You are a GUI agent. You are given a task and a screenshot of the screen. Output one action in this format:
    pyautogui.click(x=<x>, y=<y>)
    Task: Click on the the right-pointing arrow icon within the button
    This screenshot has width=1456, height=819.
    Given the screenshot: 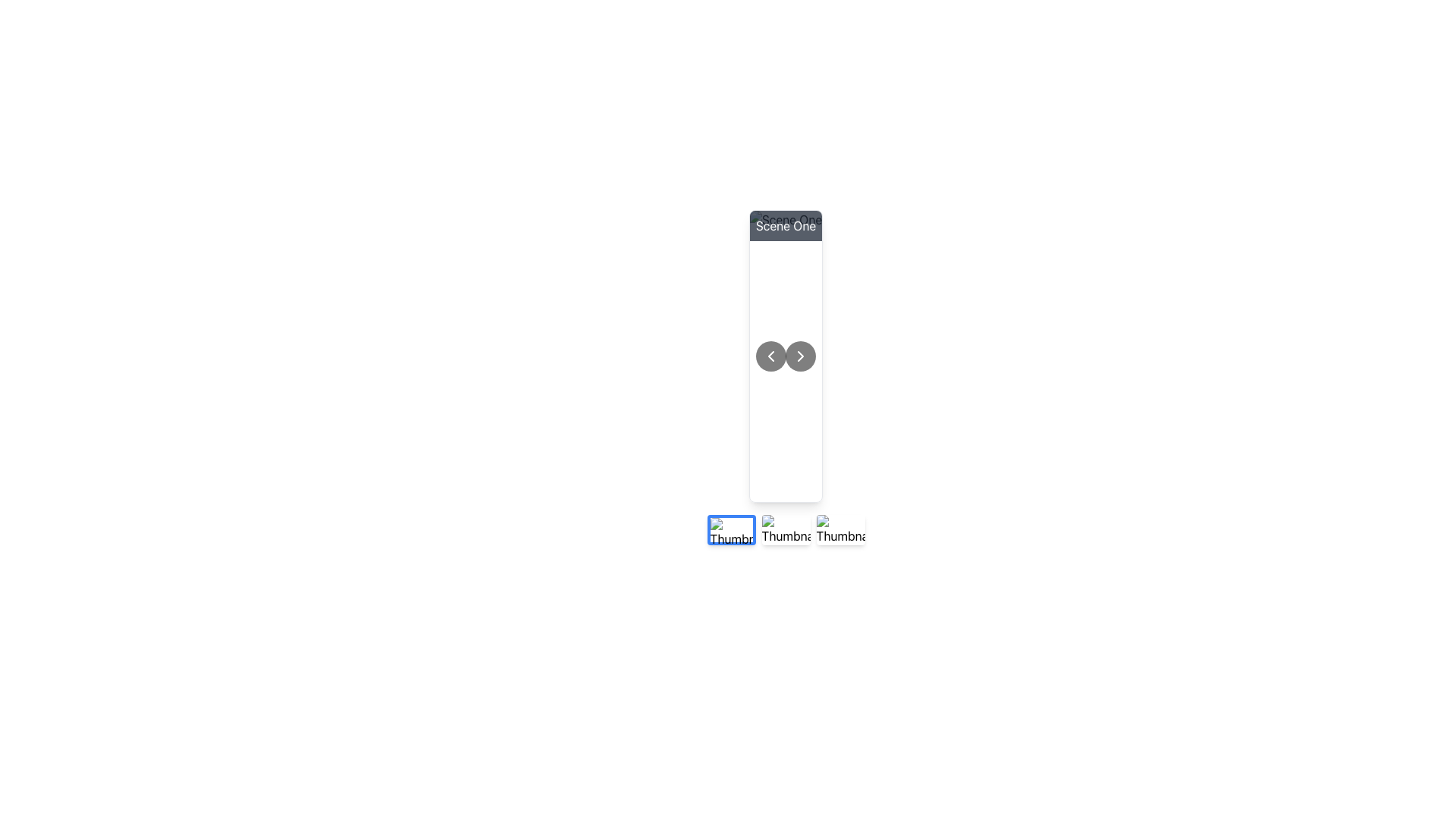 What is the action you would take?
    pyautogui.click(x=800, y=356)
    